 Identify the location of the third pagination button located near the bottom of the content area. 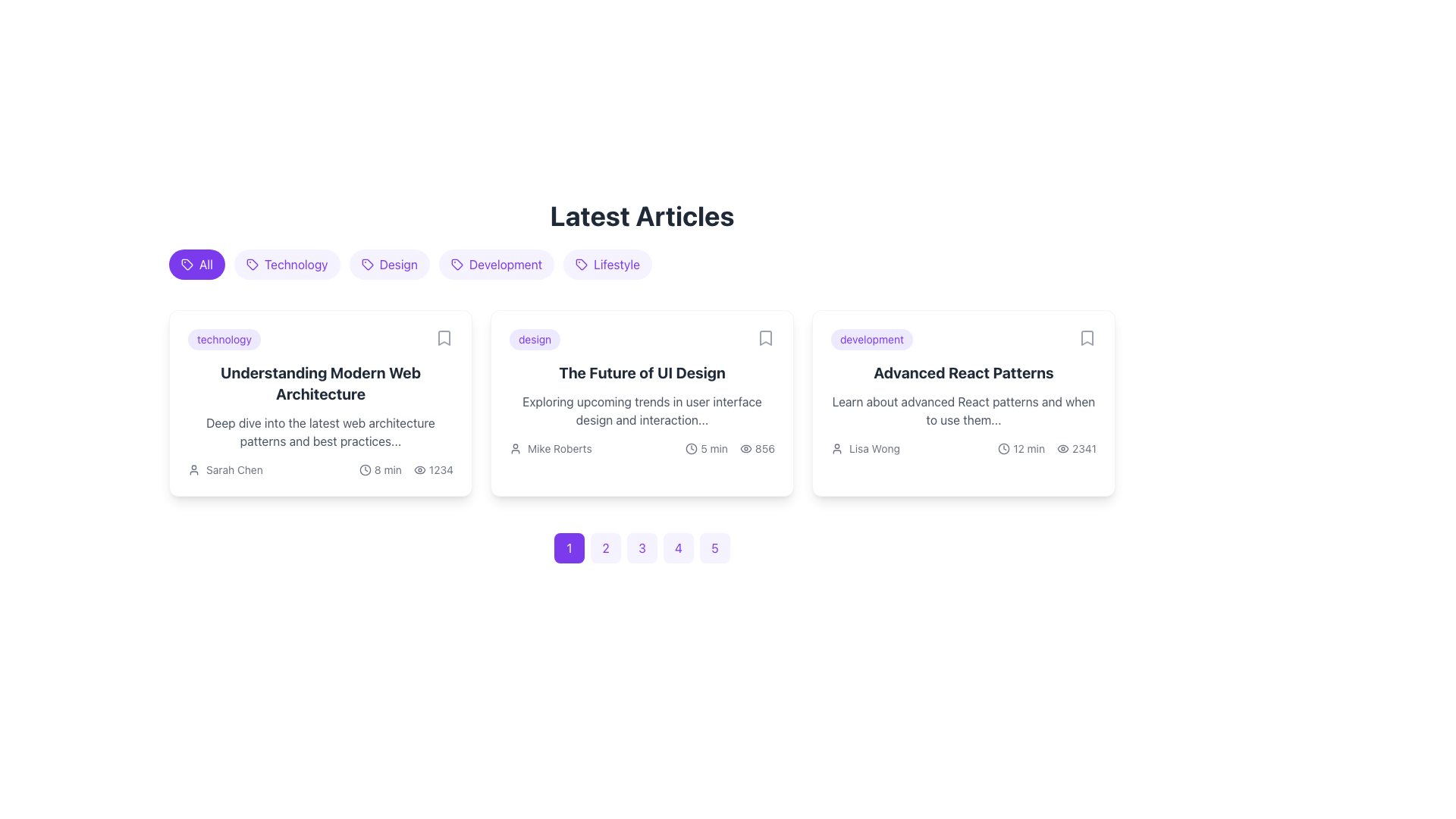
(642, 548).